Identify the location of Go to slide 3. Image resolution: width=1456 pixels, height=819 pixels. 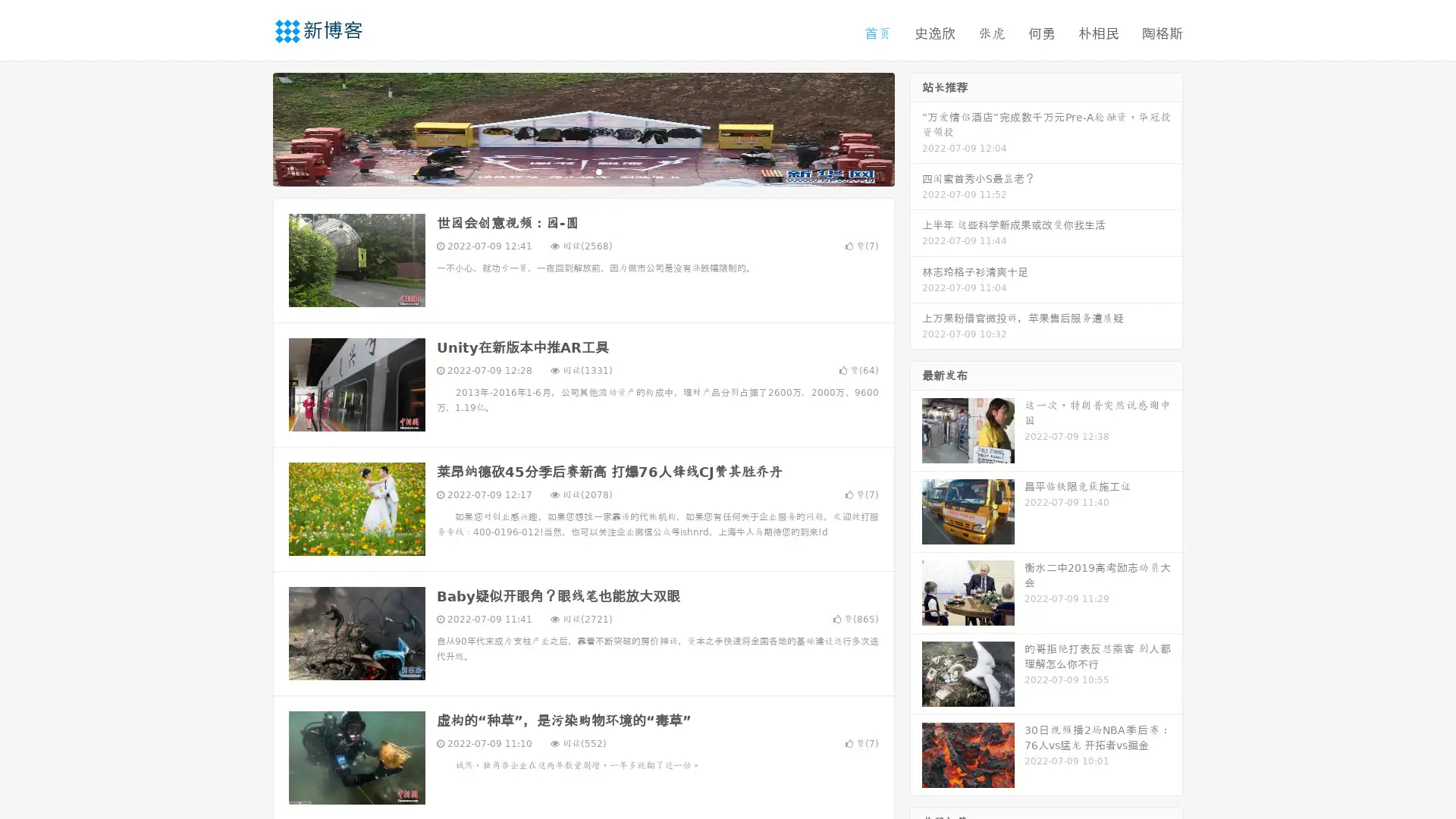
(598, 171).